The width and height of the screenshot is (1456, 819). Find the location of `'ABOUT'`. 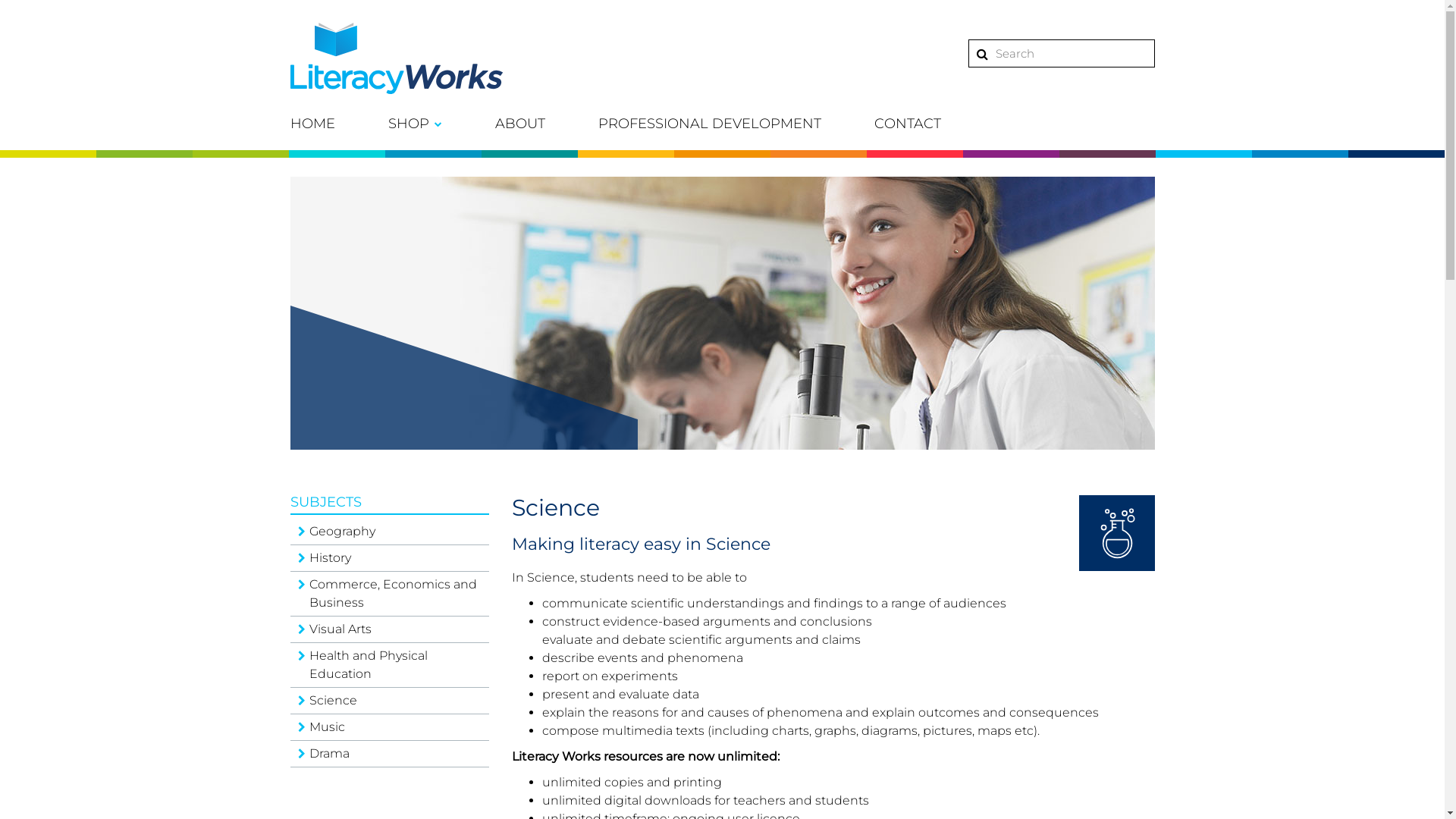

'ABOUT' is located at coordinates (519, 122).